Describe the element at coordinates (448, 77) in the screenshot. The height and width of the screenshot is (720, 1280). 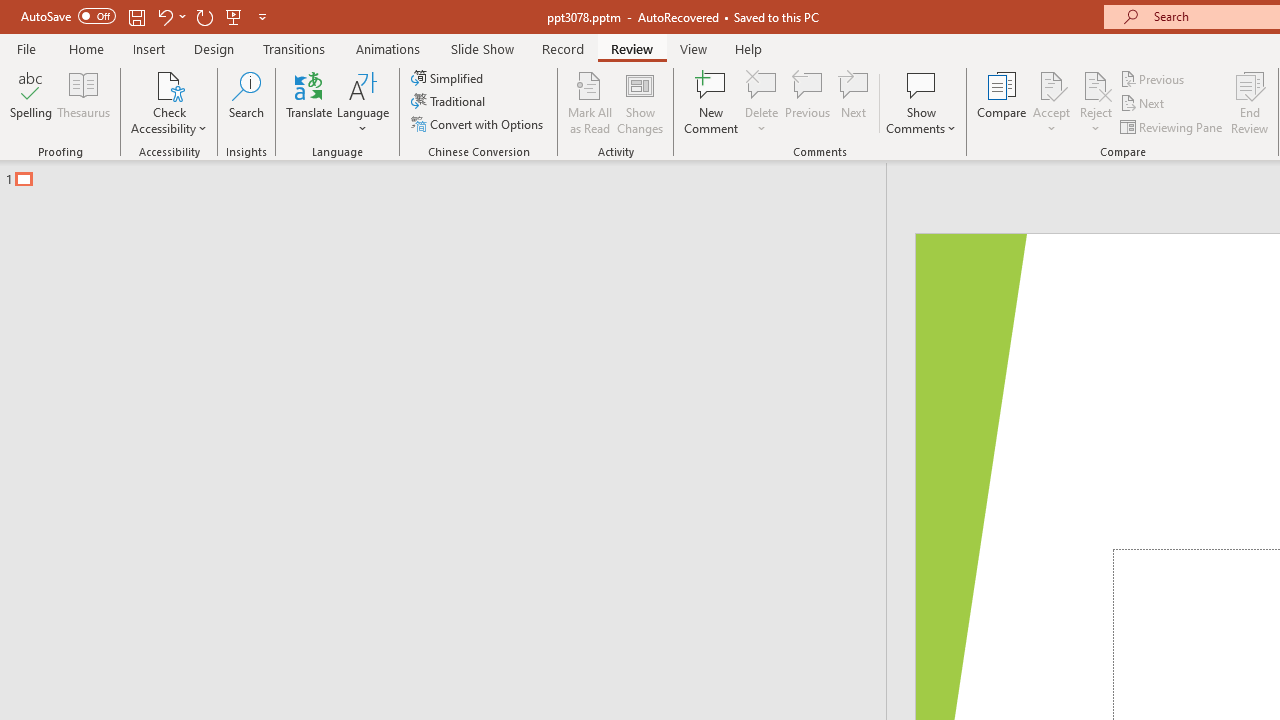
I see `'Simplified'` at that location.